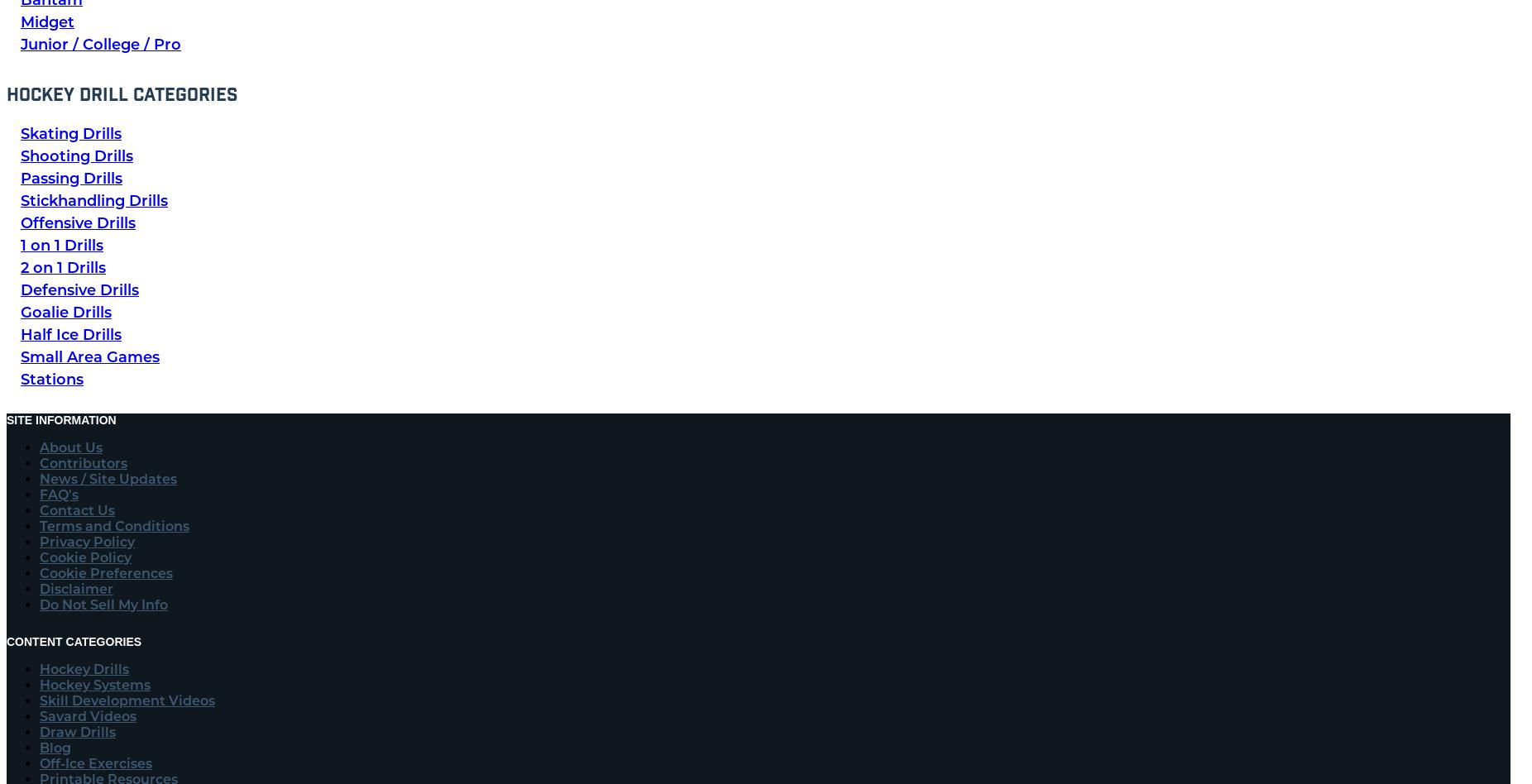  Describe the element at coordinates (38, 588) in the screenshot. I see `'Disclaimer'` at that location.